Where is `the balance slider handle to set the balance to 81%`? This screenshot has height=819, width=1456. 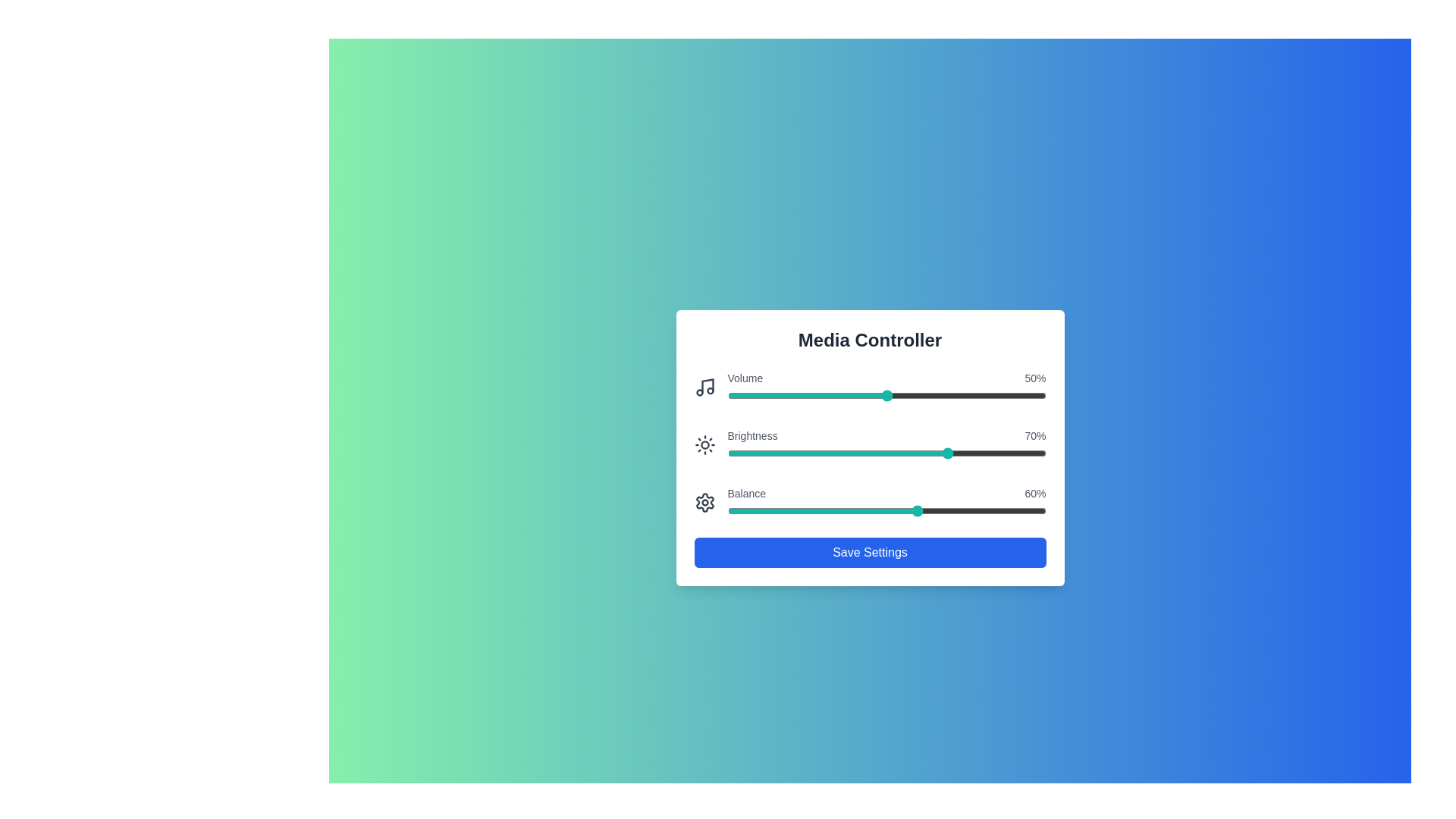 the balance slider handle to set the balance to 81% is located at coordinates (985, 511).